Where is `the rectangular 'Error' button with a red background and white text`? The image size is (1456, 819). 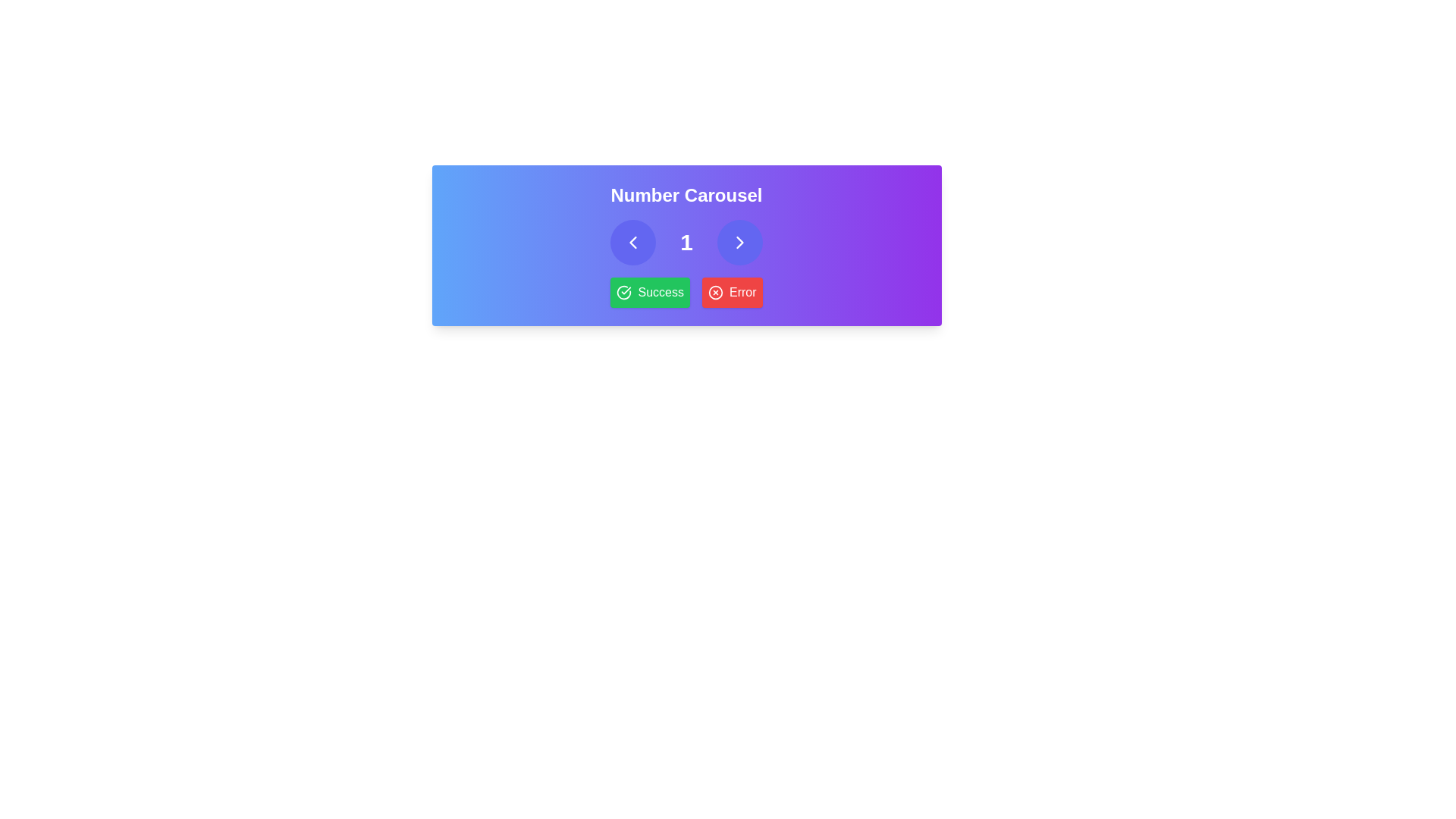 the rectangular 'Error' button with a red background and white text is located at coordinates (732, 292).